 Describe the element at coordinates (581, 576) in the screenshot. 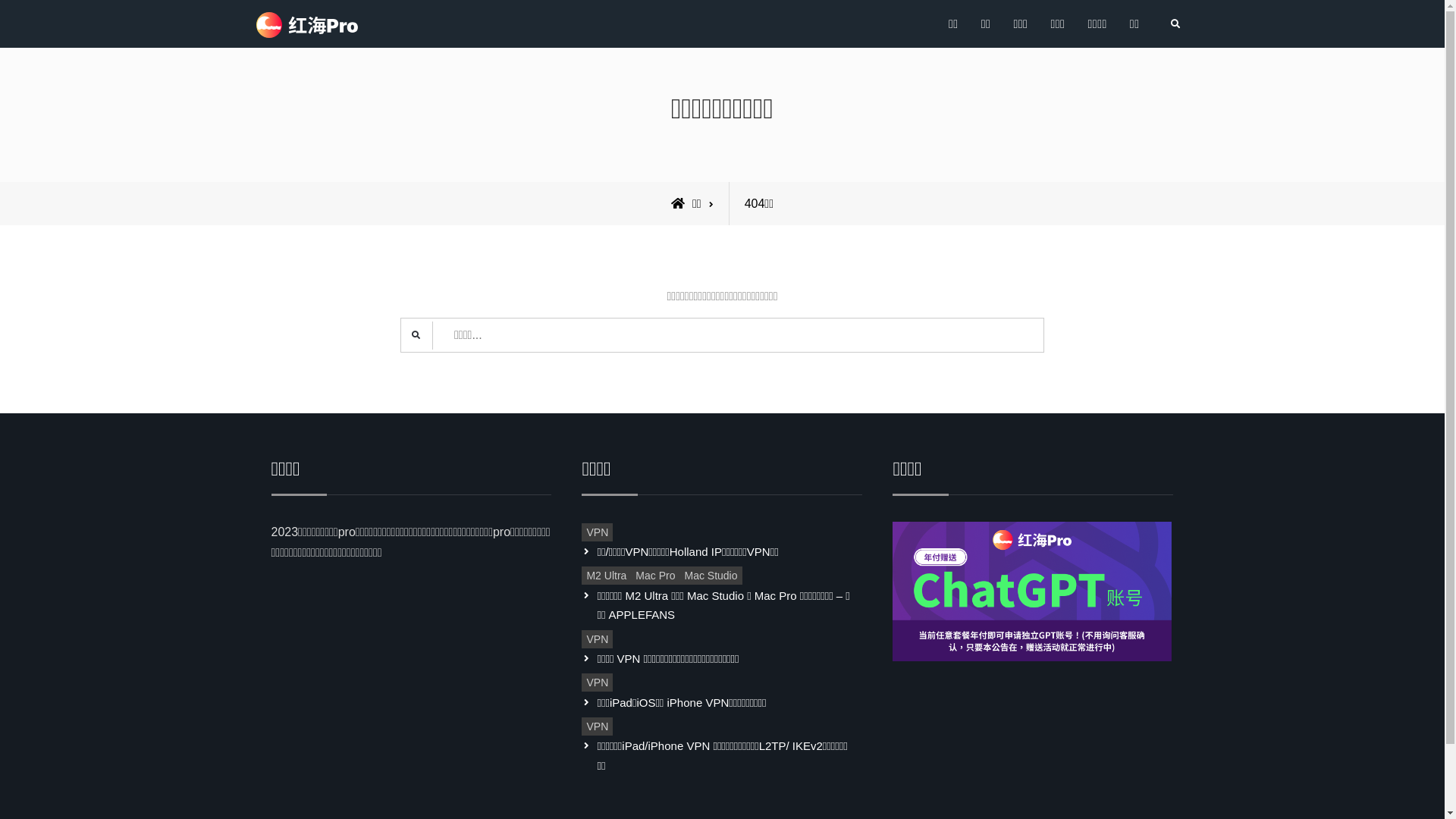

I see `'M2 Ultra'` at that location.